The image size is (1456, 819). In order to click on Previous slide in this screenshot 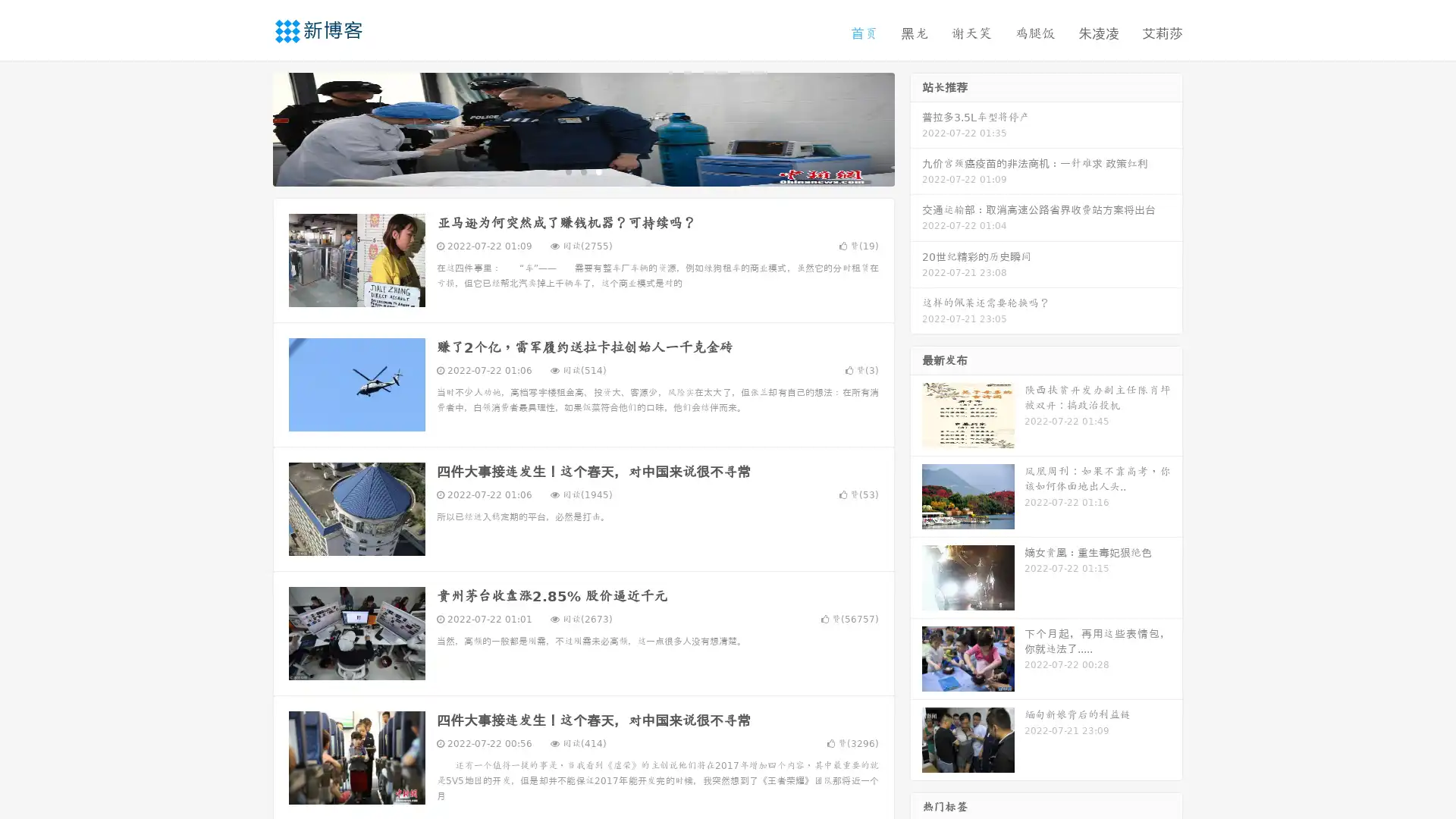, I will do `click(250, 127)`.